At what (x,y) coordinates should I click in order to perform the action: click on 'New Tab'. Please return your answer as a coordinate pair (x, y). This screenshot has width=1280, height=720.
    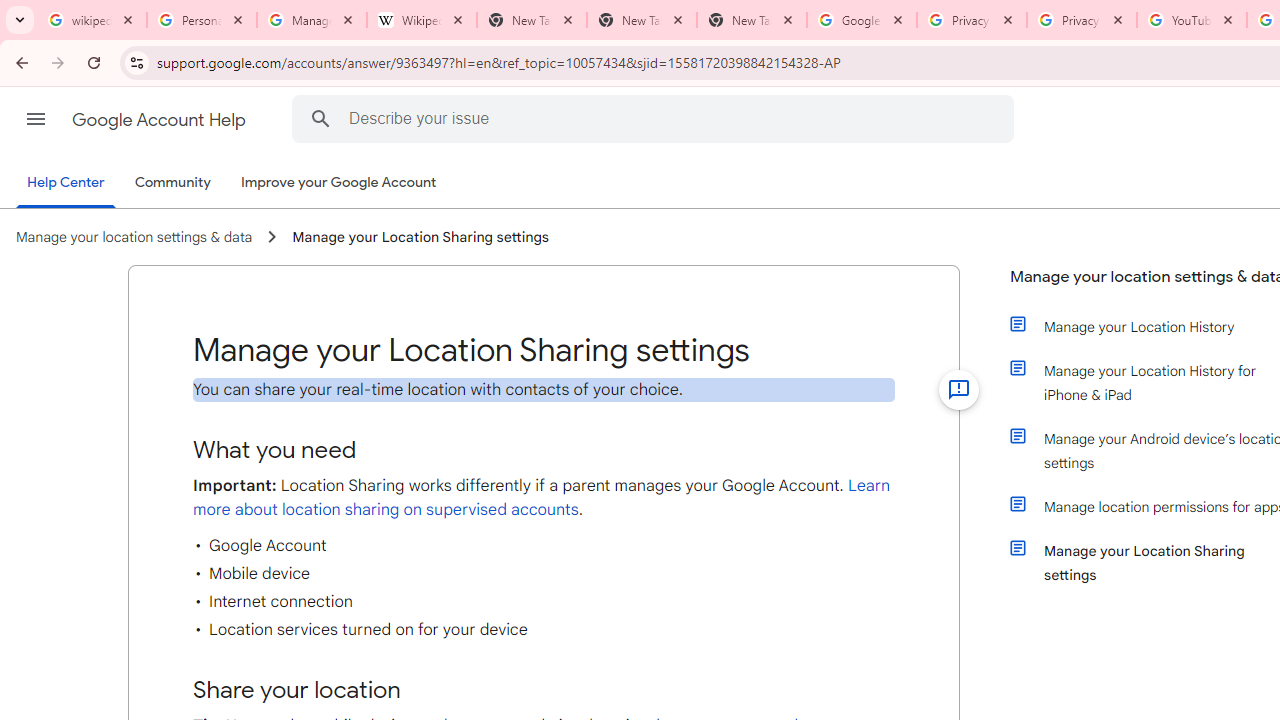
    Looking at the image, I should click on (751, 20).